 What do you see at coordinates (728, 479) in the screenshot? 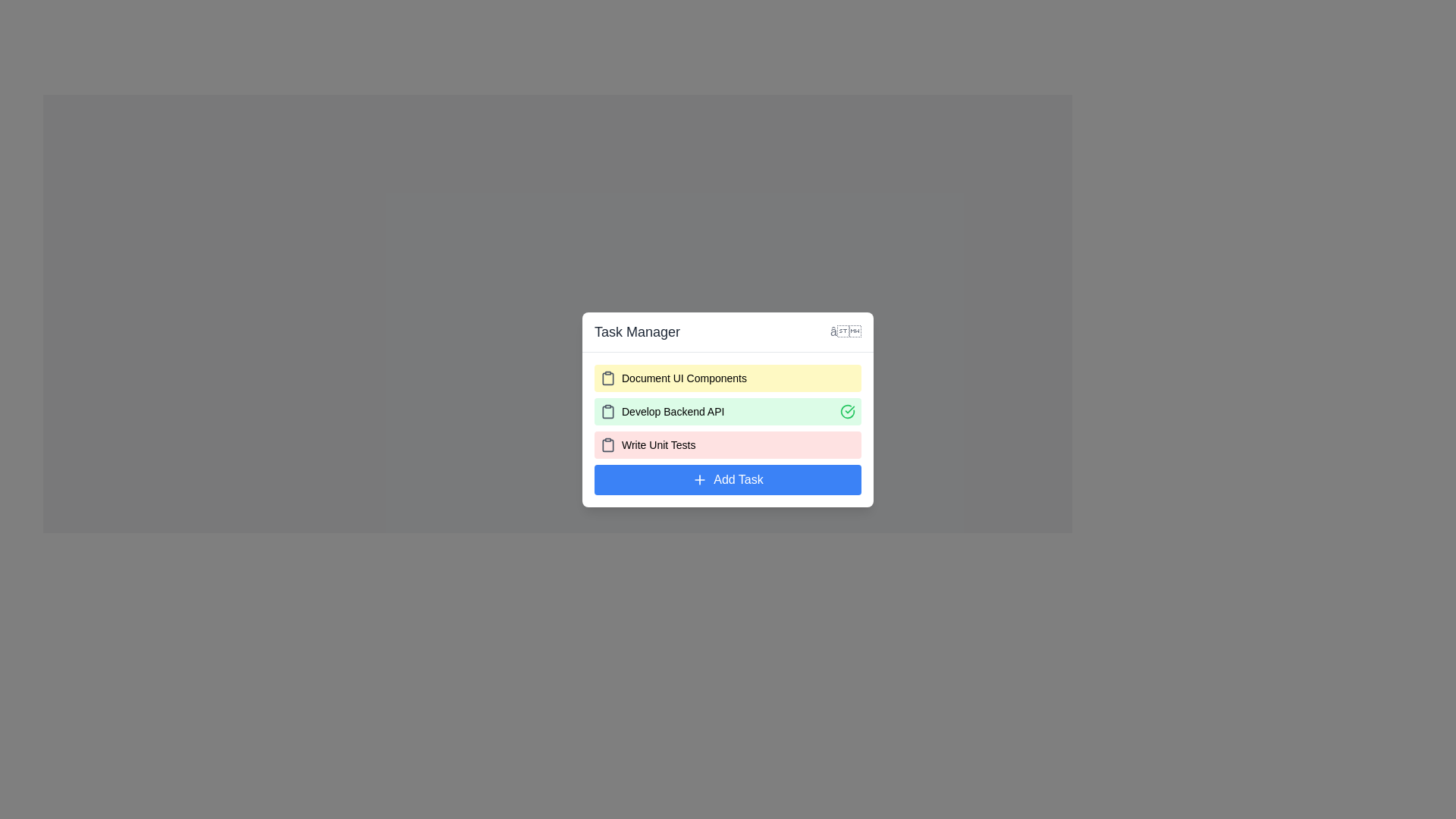
I see `the 'Add Task' button located at the bottom of the task list in the 'Task Manager' card` at bounding box center [728, 479].